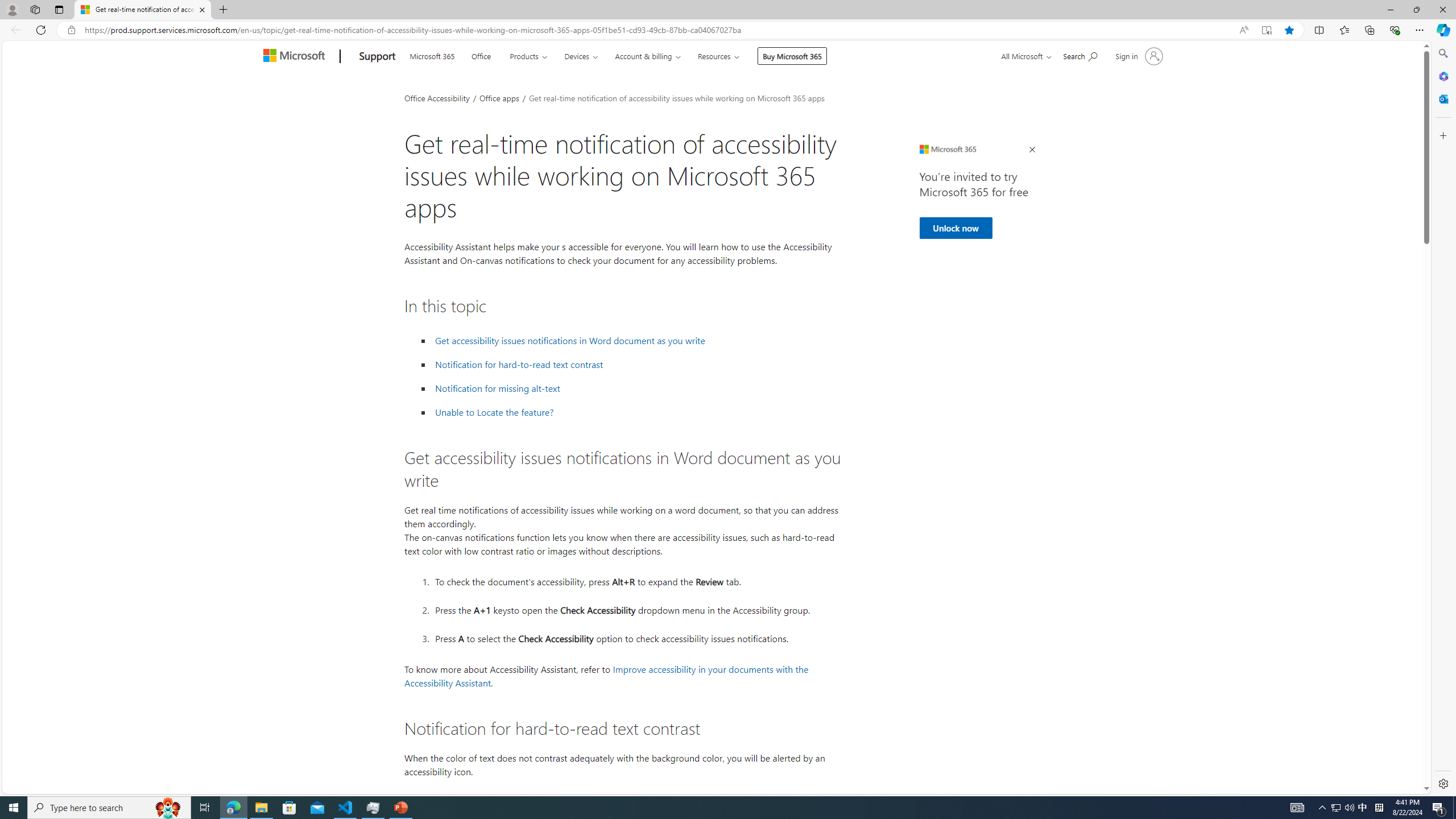 The width and height of the screenshot is (1456, 819). I want to click on ' Unable to Locate the feature?', so click(494, 412).